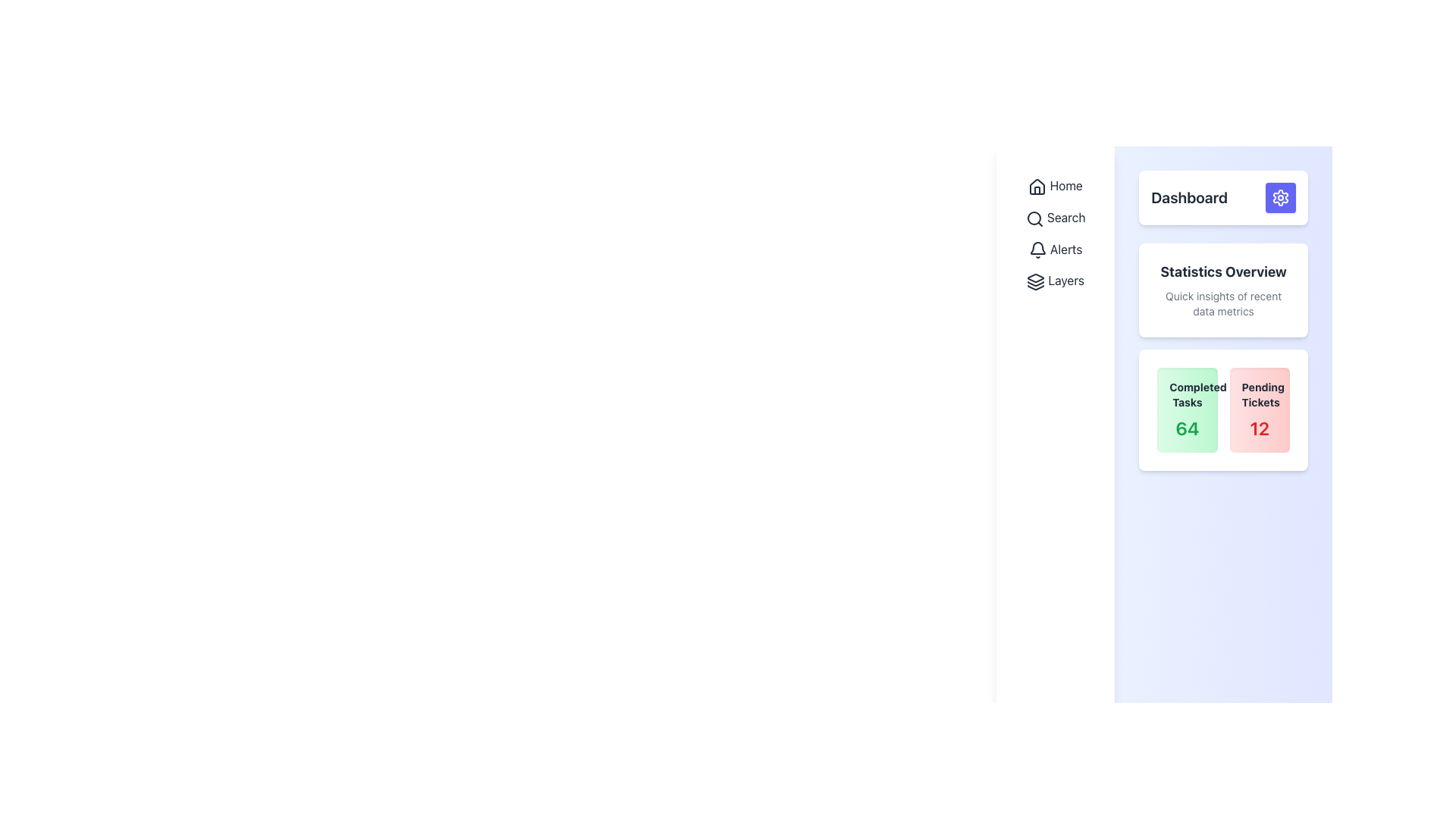 The height and width of the screenshot is (819, 1456). Describe the element at coordinates (1055, 248) in the screenshot. I see `the bell icon of the 'Alerts' navigation menu item` at that location.